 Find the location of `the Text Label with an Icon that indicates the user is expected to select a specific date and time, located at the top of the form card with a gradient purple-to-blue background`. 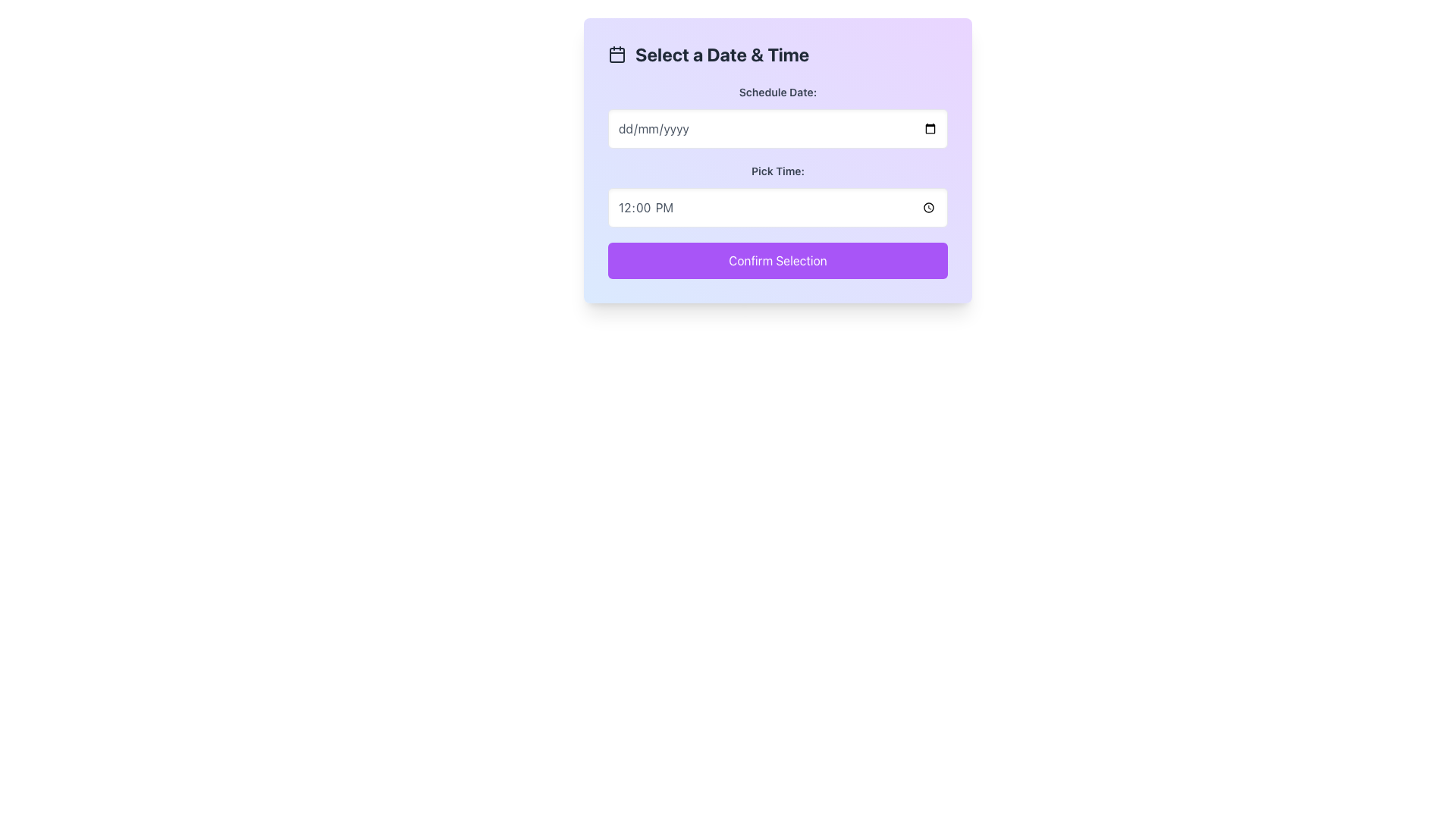

the Text Label with an Icon that indicates the user is expected to select a specific date and time, located at the top of the form card with a gradient purple-to-blue background is located at coordinates (778, 54).